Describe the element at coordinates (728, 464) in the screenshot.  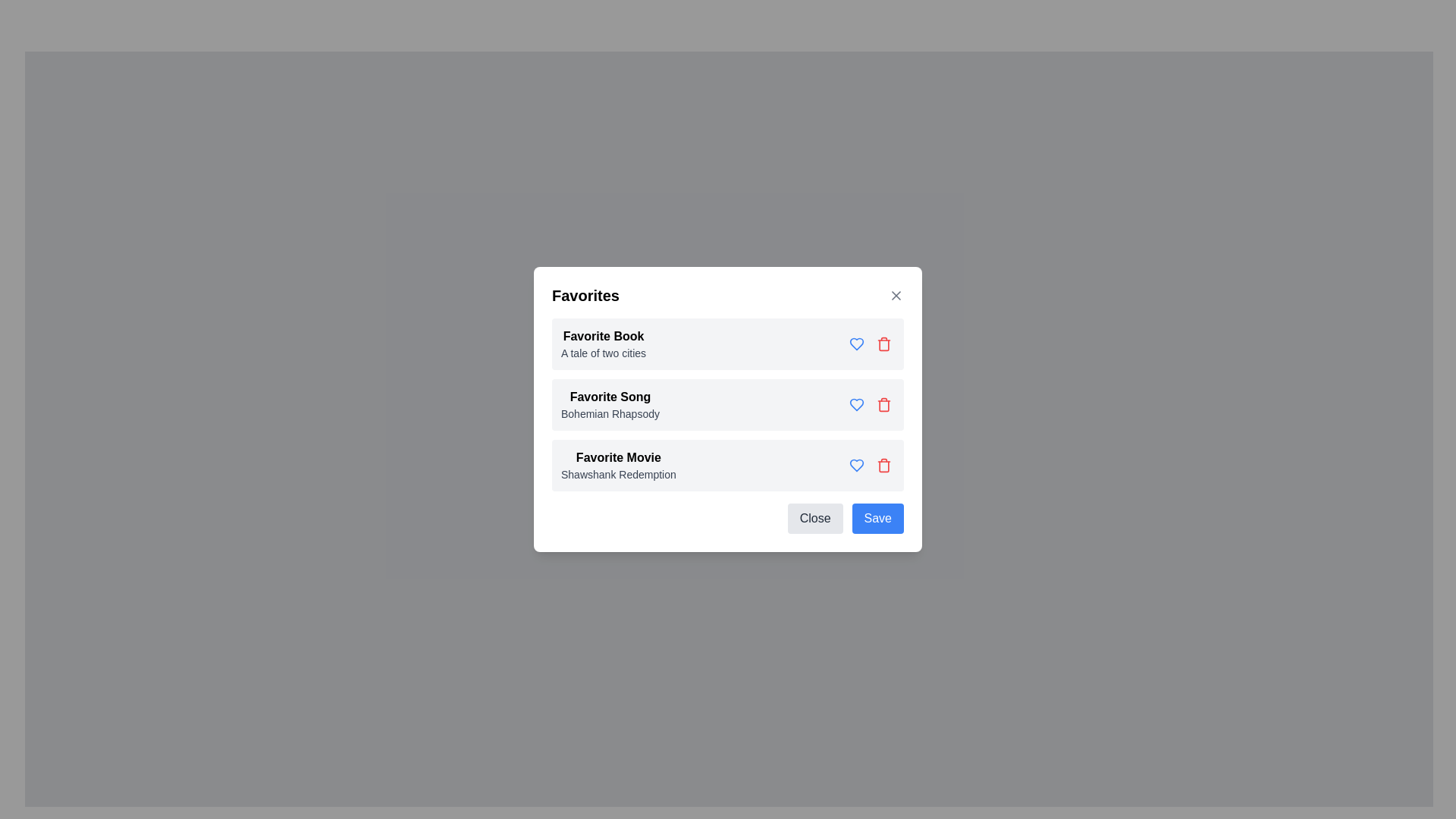
I see `displayed texts on the card component titled 'Favorite Movie' with subtitle 'Shawshank Redemption', located at the bottom of the list in the modal dialog` at that location.